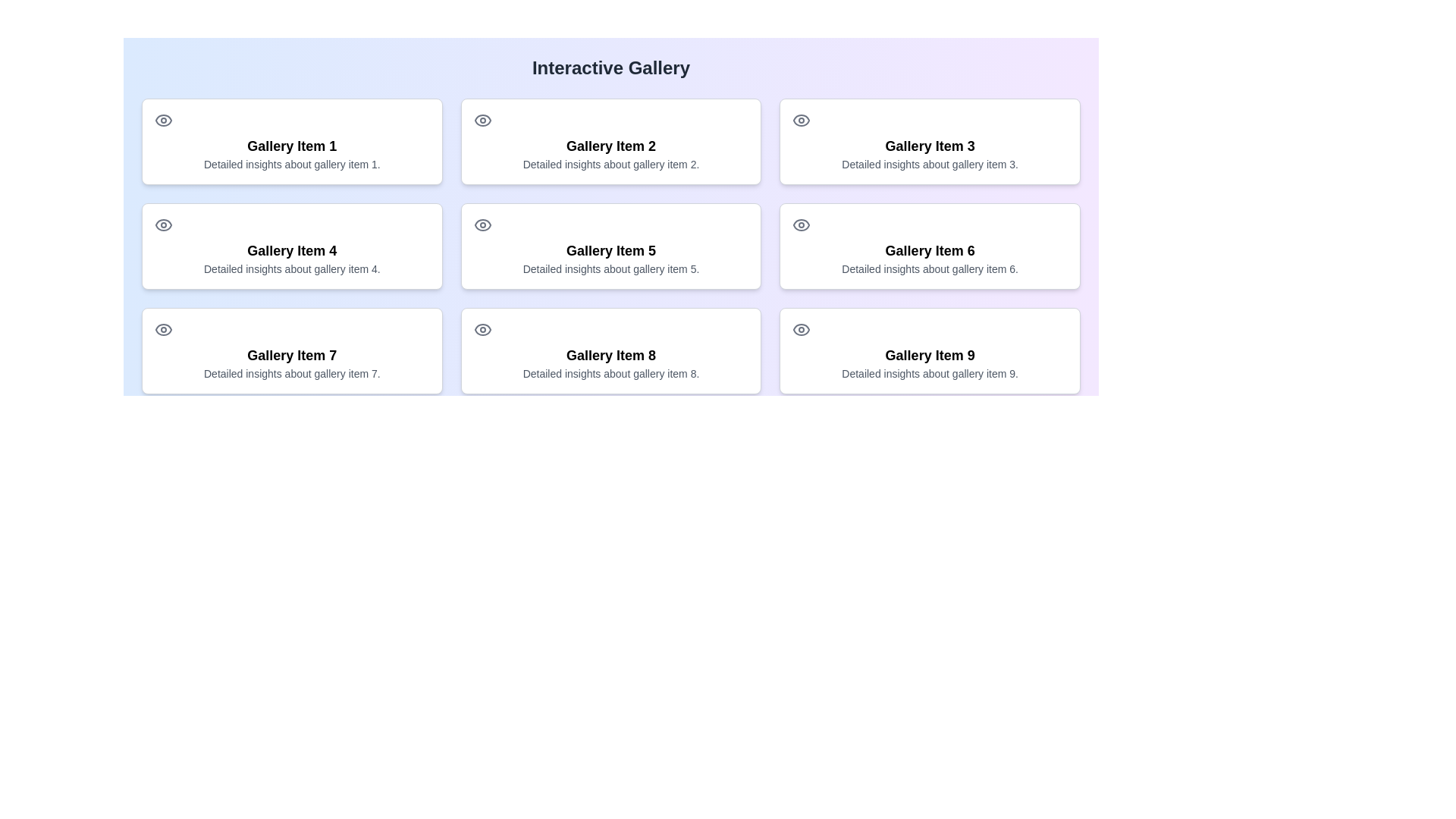 The width and height of the screenshot is (1456, 819). I want to click on the text label that serves as the title for 'Gallery Item 3', located in the second column of the top row of the interactive gallery, so click(929, 146).